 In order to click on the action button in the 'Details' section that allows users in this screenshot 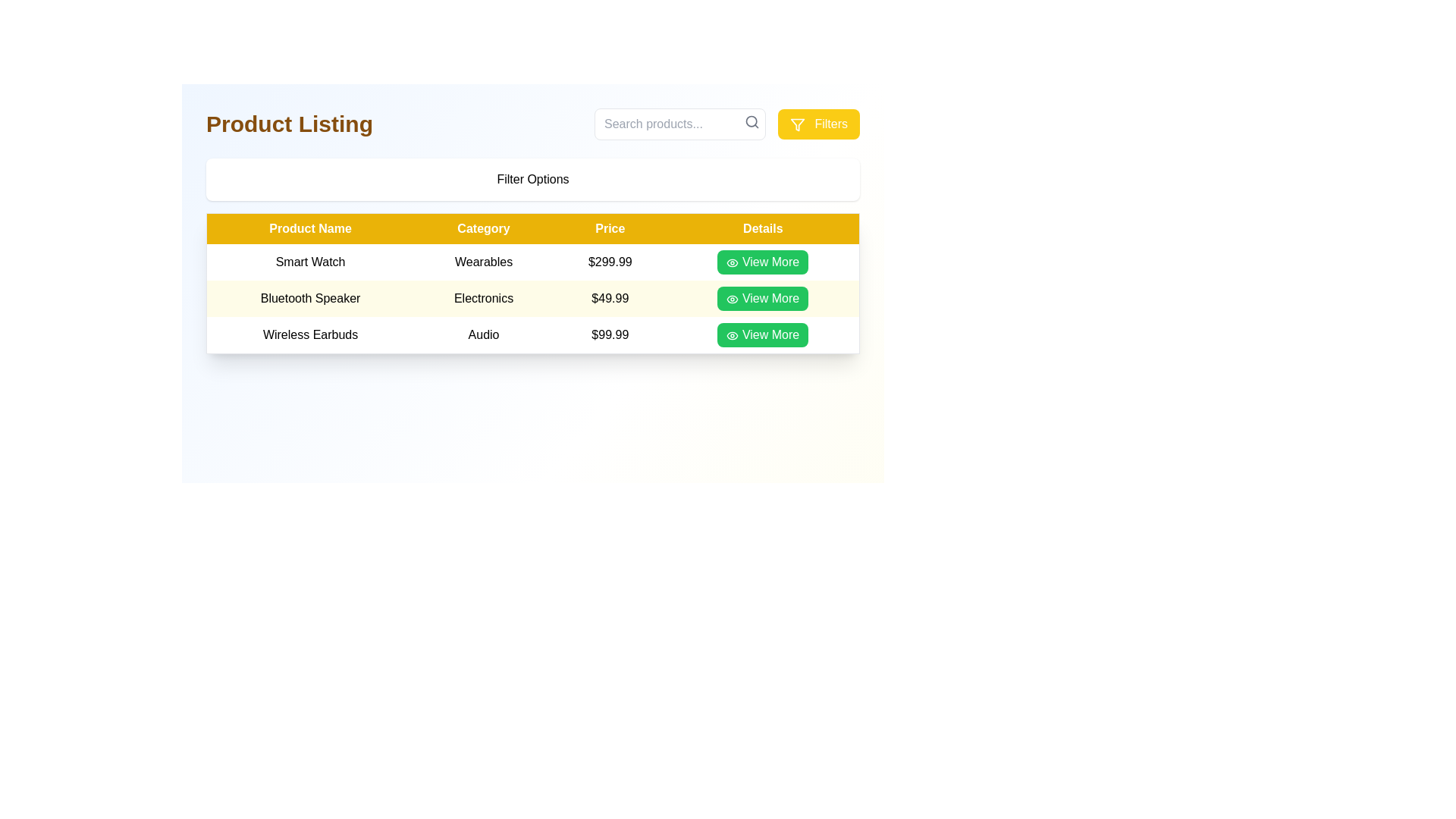, I will do `click(763, 262)`.